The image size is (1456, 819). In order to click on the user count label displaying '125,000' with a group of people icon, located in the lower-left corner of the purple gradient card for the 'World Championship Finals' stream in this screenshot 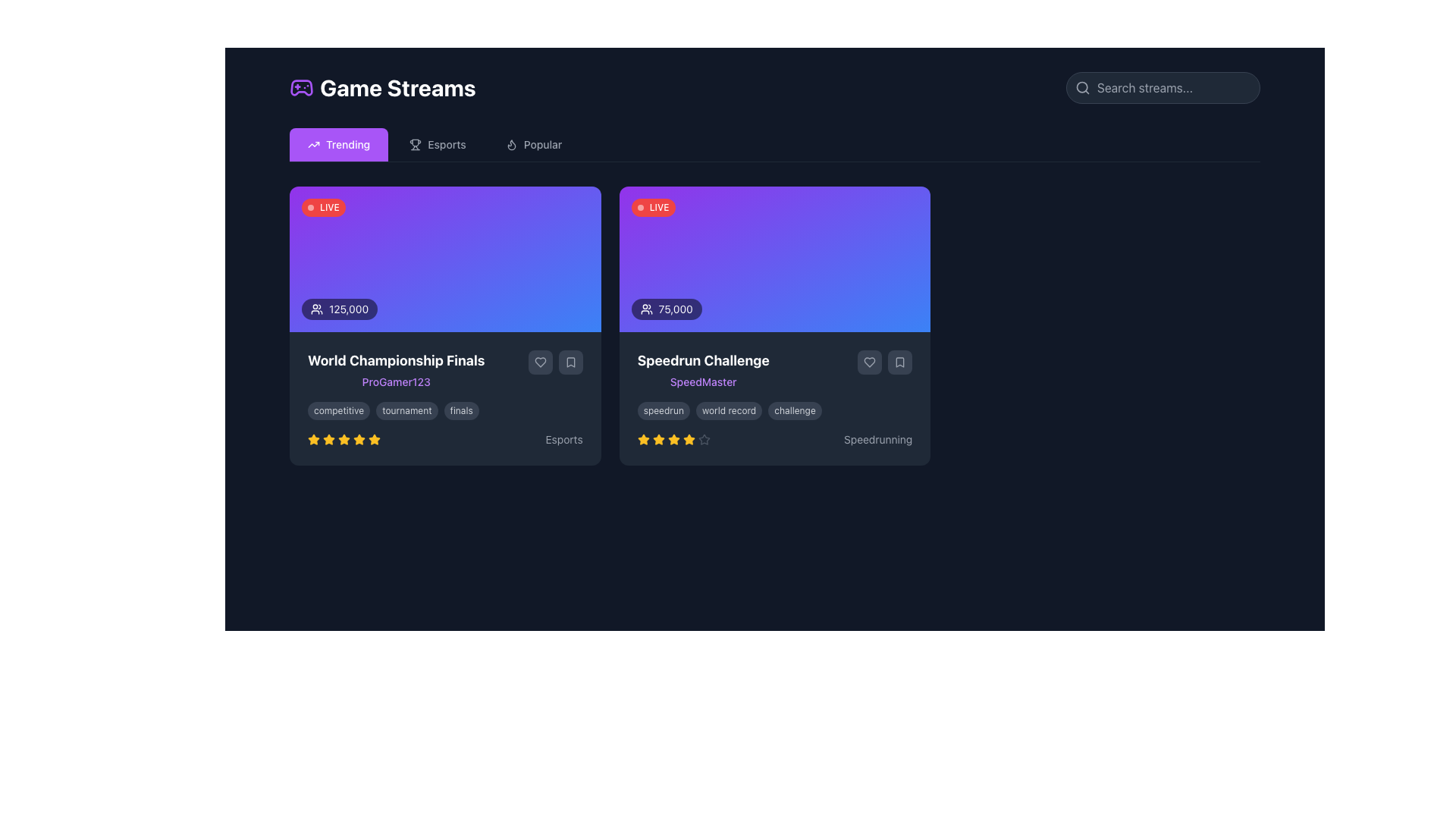, I will do `click(339, 309)`.